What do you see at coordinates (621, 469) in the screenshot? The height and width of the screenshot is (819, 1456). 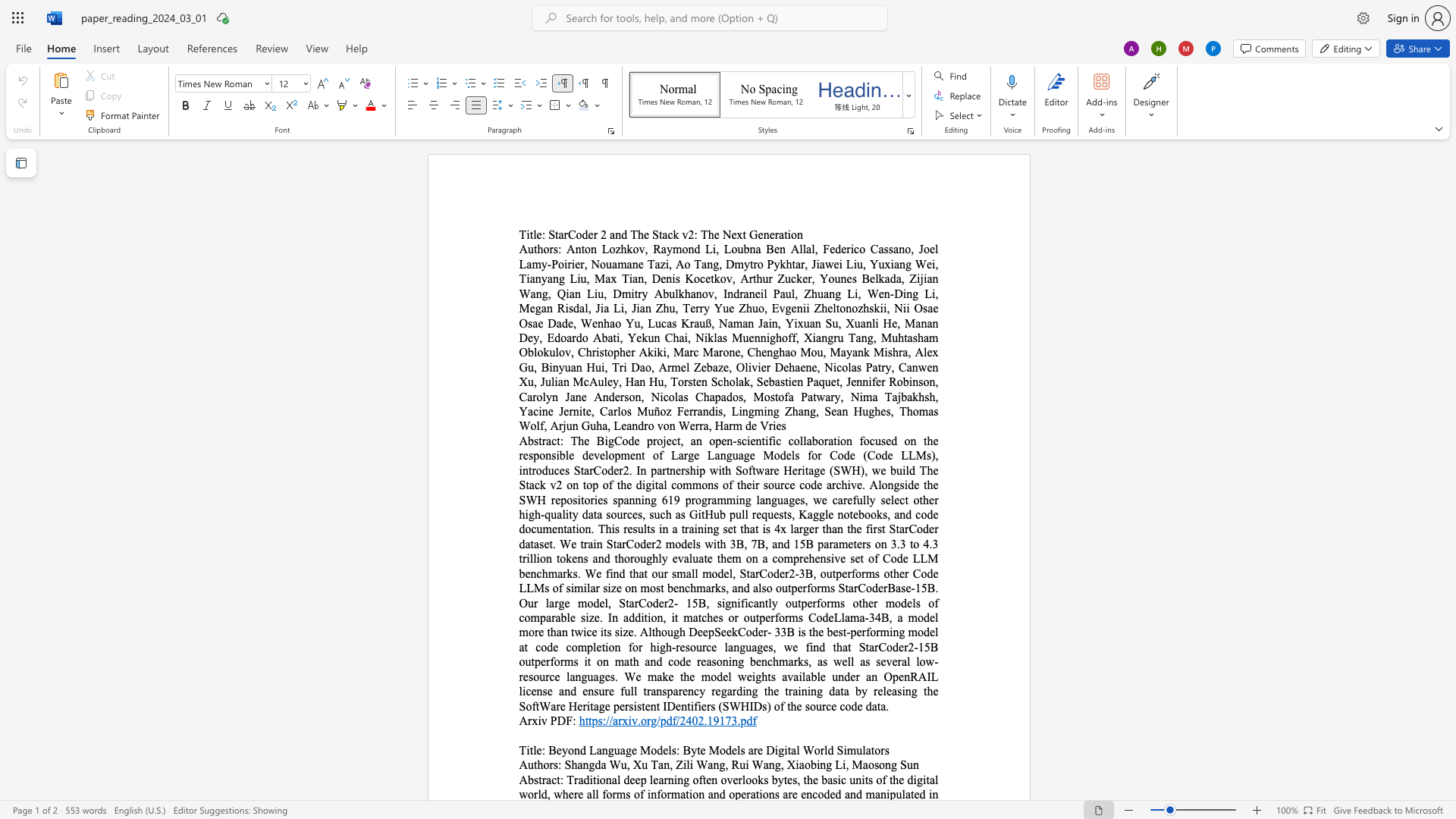 I see `the 8th character "r" in the text` at bounding box center [621, 469].